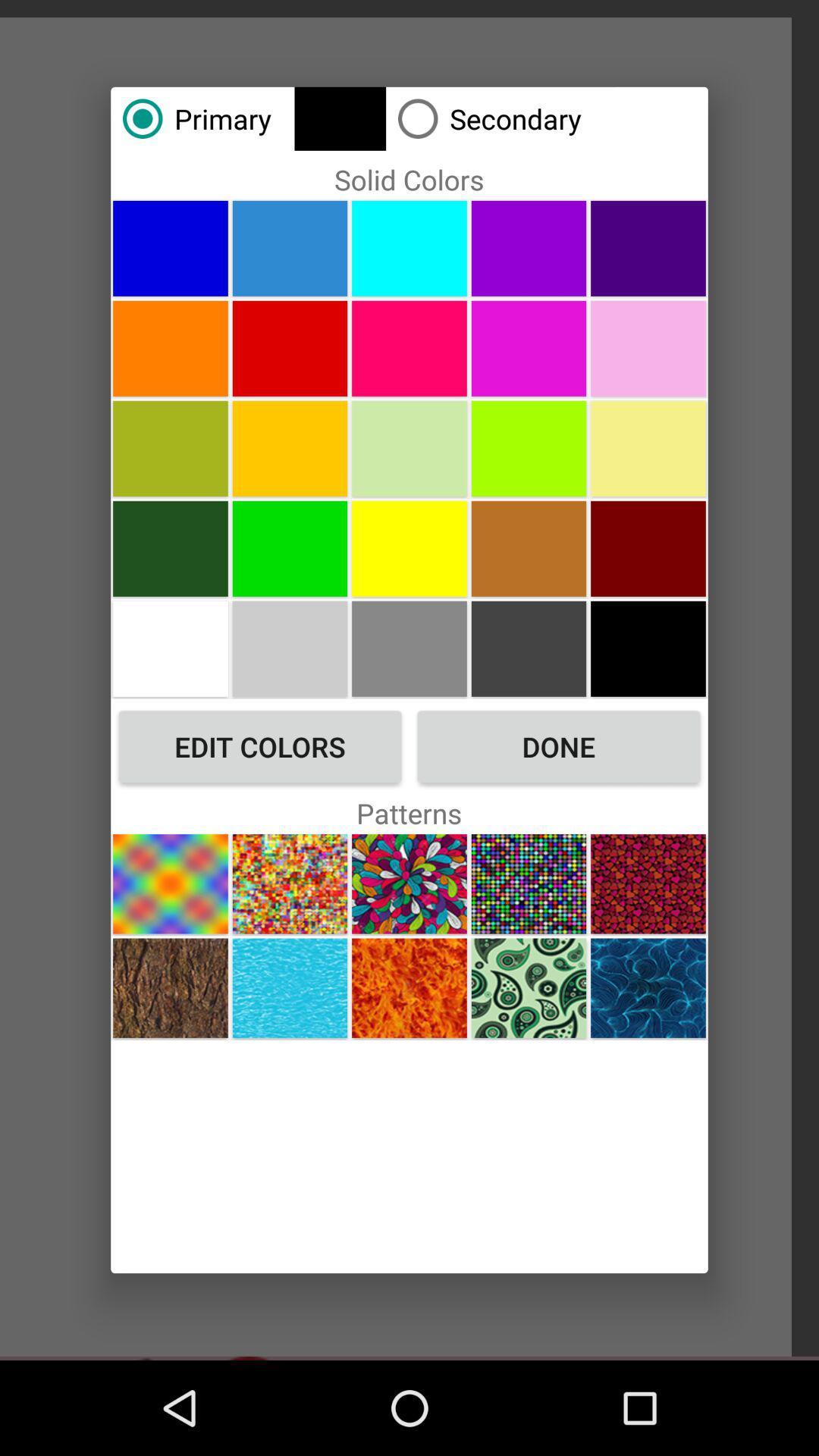 This screenshot has width=819, height=1456. What do you see at coordinates (409, 548) in the screenshot?
I see `bright yellow color selection` at bounding box center [409, 548].